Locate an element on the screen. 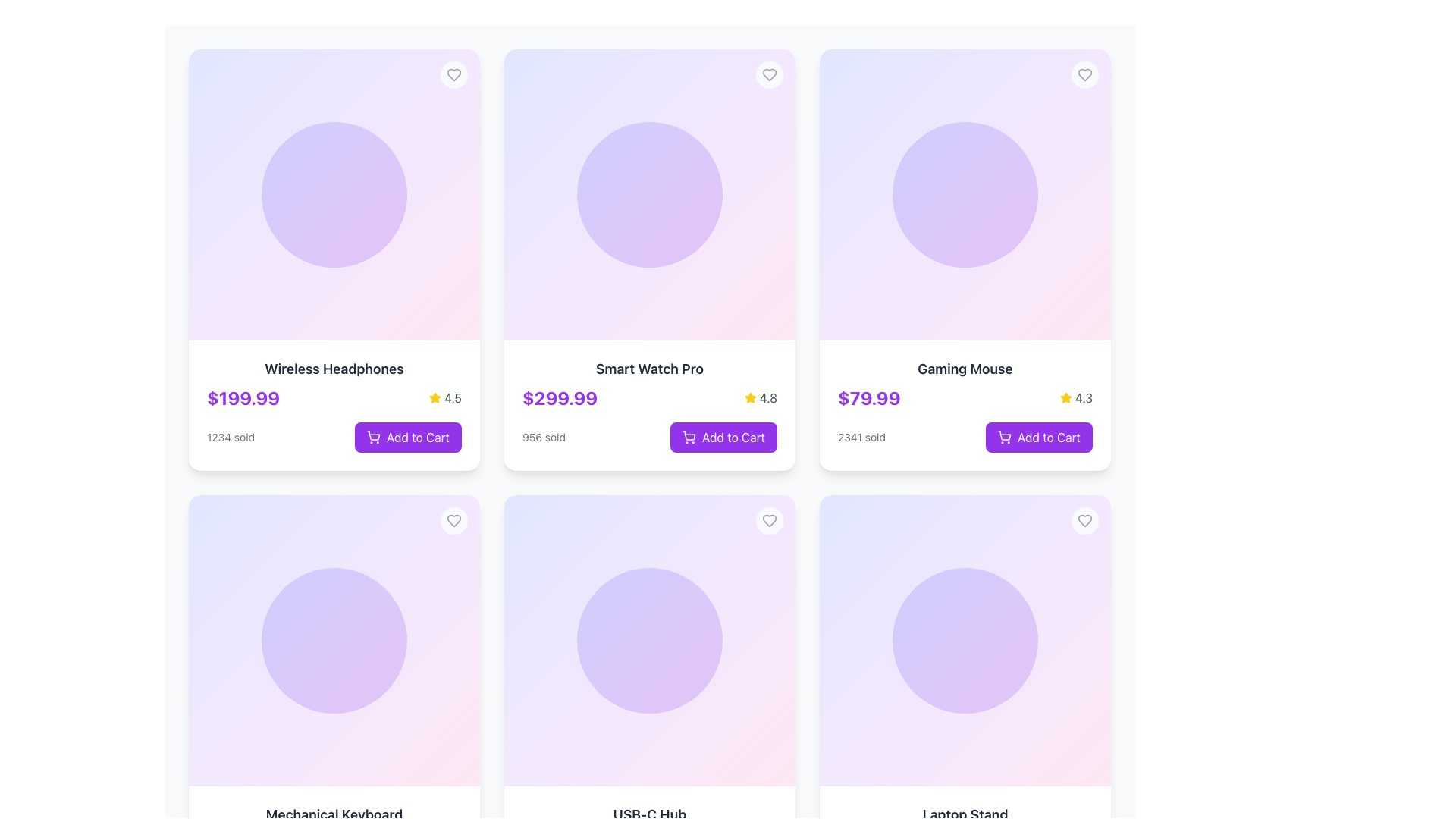  the star icon indicating the rating for the 'Gaming Mouse' product, located in the top-right section of the product card, next to the rating value '4.3' is located at coordinates (1065, 397).